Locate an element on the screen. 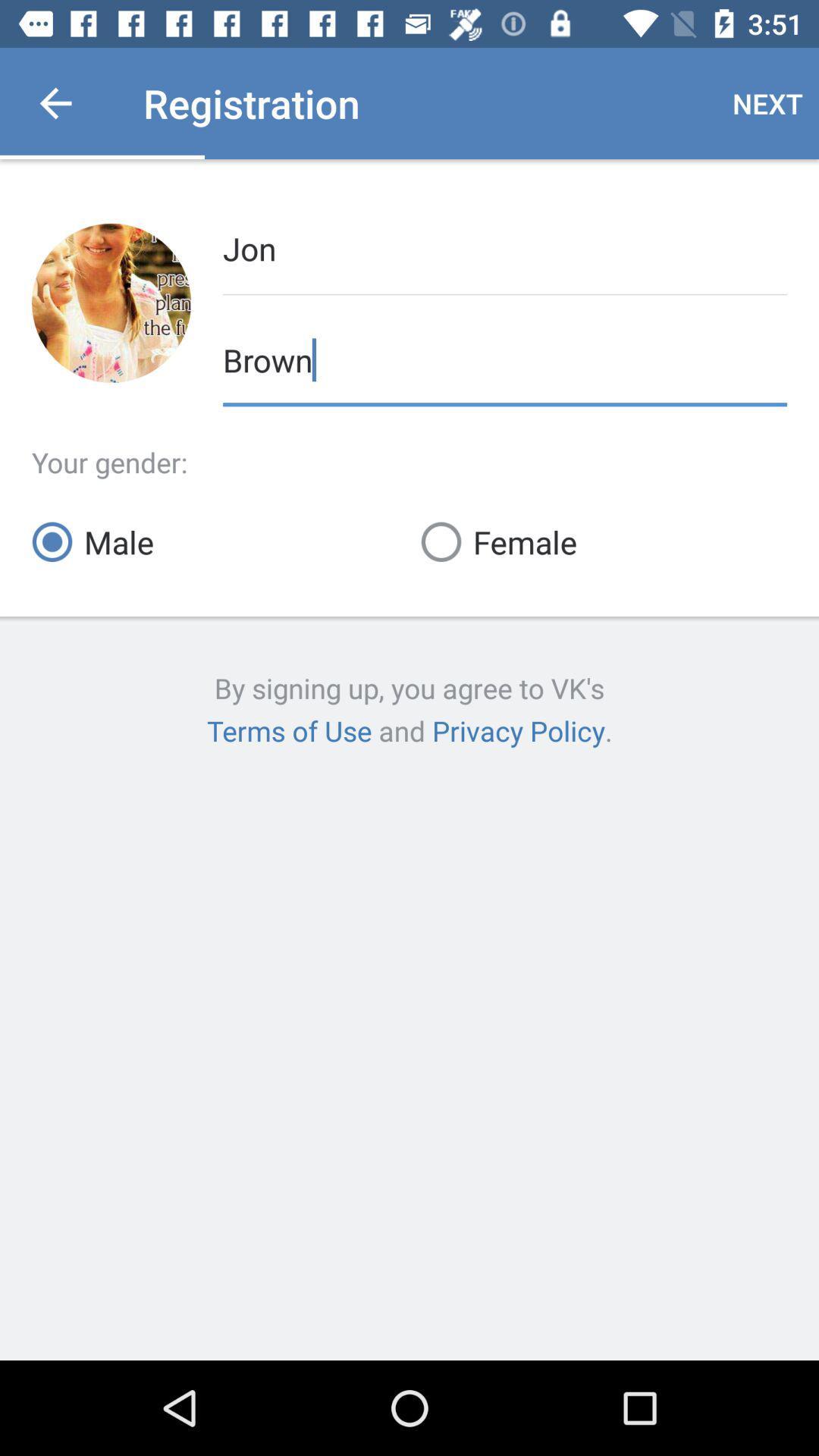 This screenshot has height=1456, width=819. the icon above by signing up item is located at coordinates (215, 541).